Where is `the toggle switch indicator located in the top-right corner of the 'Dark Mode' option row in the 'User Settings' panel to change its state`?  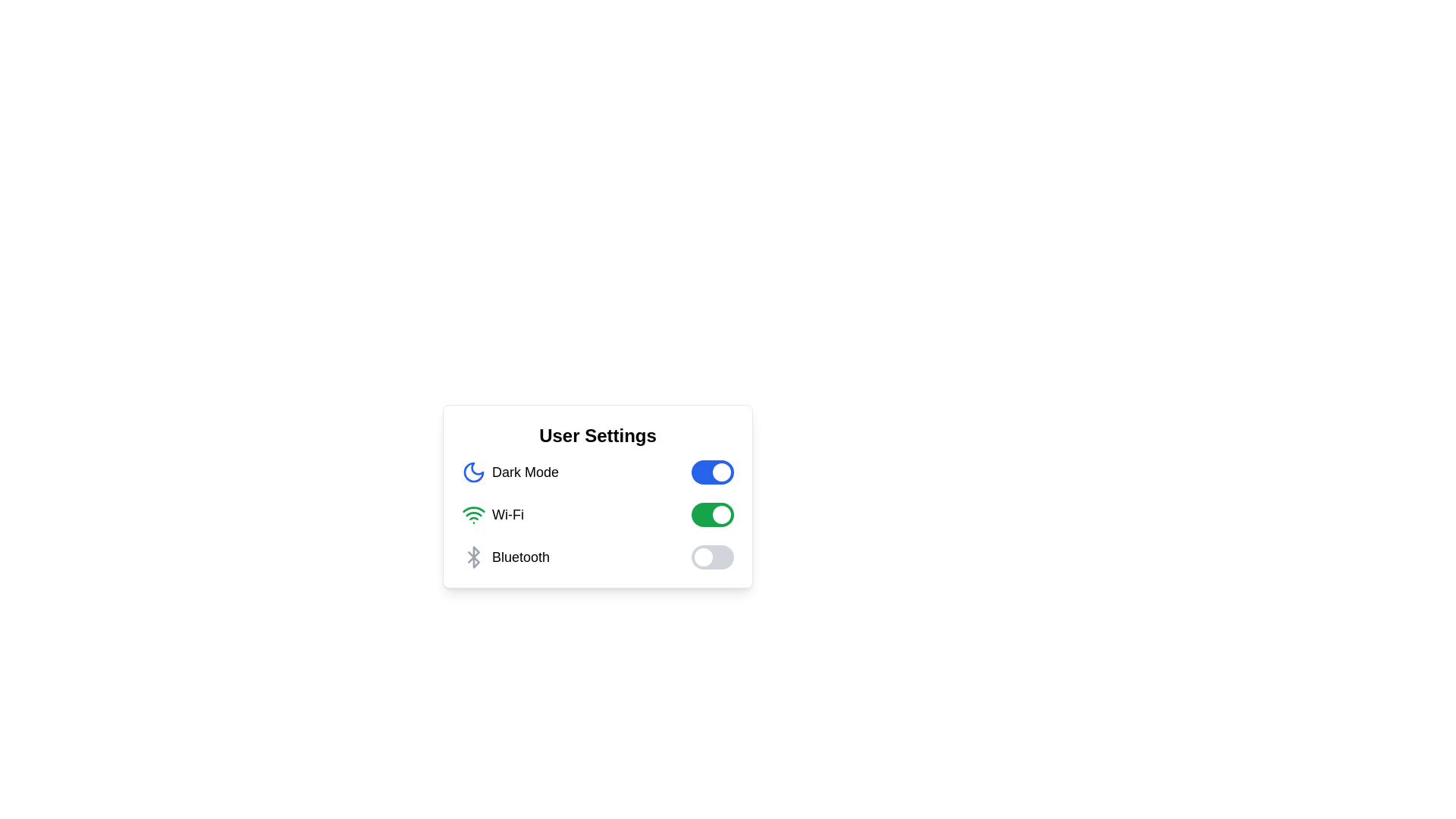
the toggle switch indicator located in the top-right corner of the 'Dark Mode' option row in the 'User Settings' panel to change its state is located at coordinates (720, 472).